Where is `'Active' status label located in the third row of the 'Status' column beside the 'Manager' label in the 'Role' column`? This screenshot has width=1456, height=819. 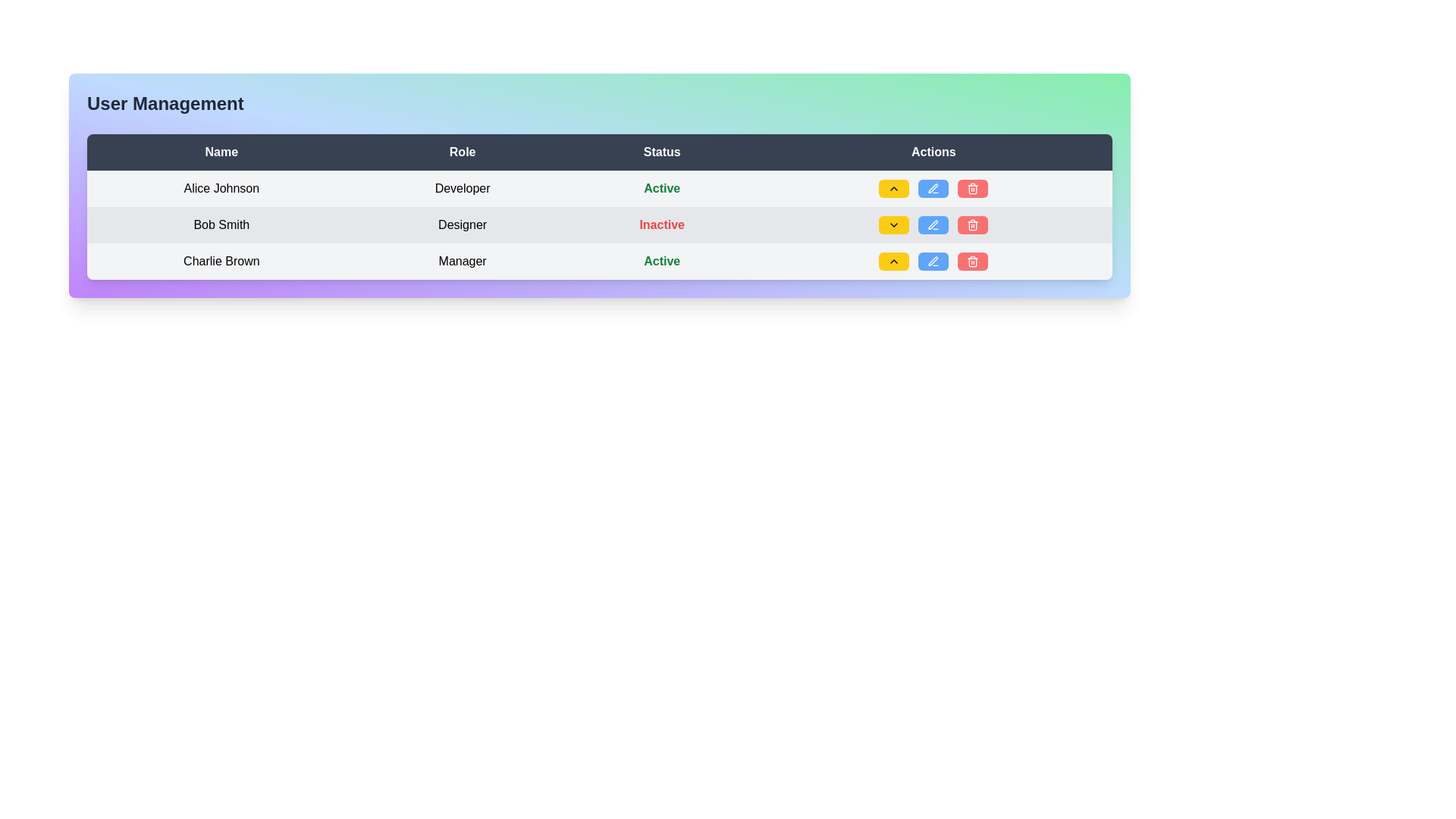 'Active' status label located in the third row of the 'Status' column beside the 'Manager' label in the 'Role' column is located at coordinates (662, 260).